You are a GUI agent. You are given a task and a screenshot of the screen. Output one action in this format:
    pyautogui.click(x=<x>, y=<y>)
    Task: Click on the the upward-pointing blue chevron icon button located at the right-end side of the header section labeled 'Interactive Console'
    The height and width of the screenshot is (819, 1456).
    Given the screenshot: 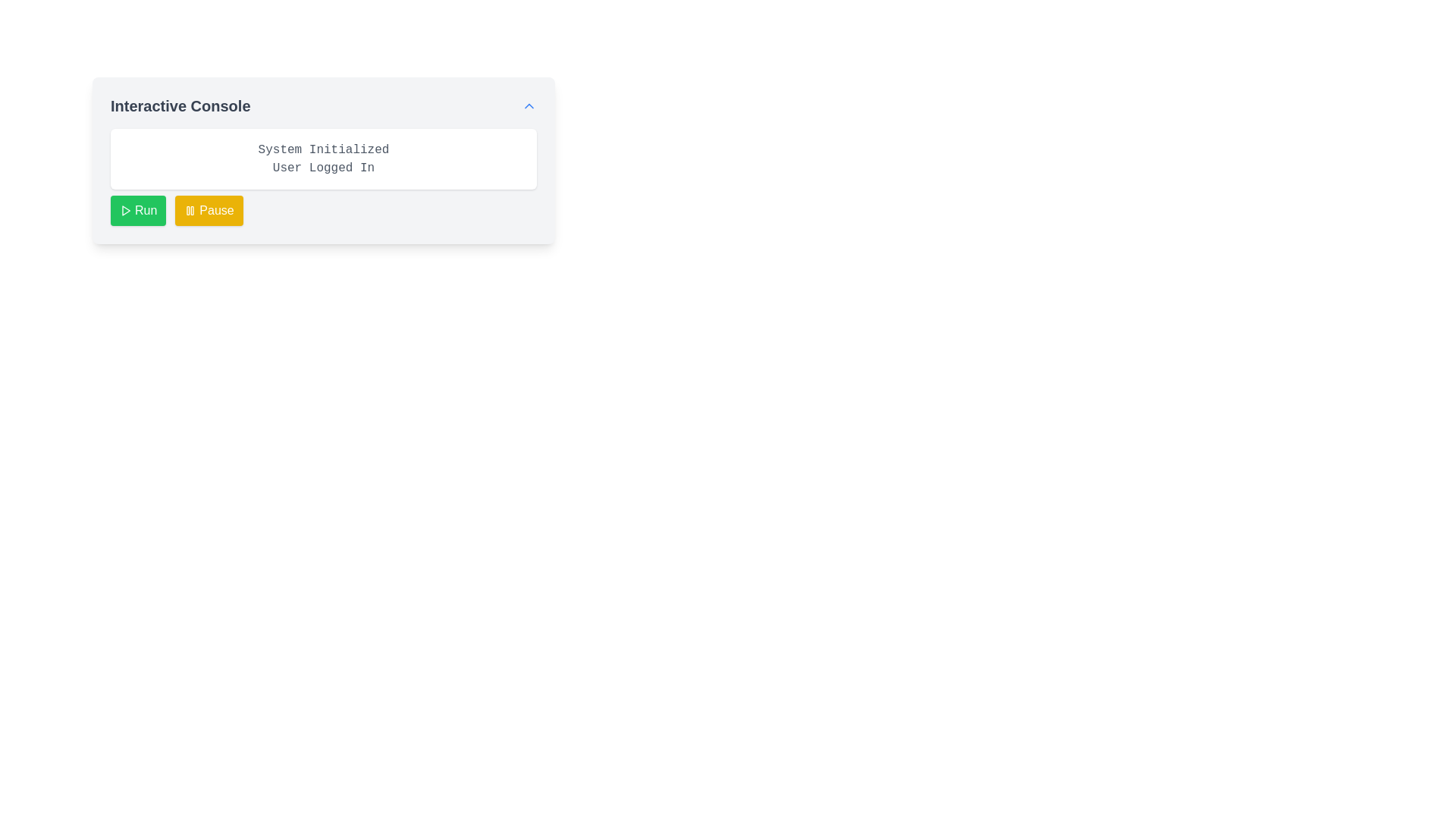 What is the action you would take?
    pyautogui.click(x=529, y=105)
    